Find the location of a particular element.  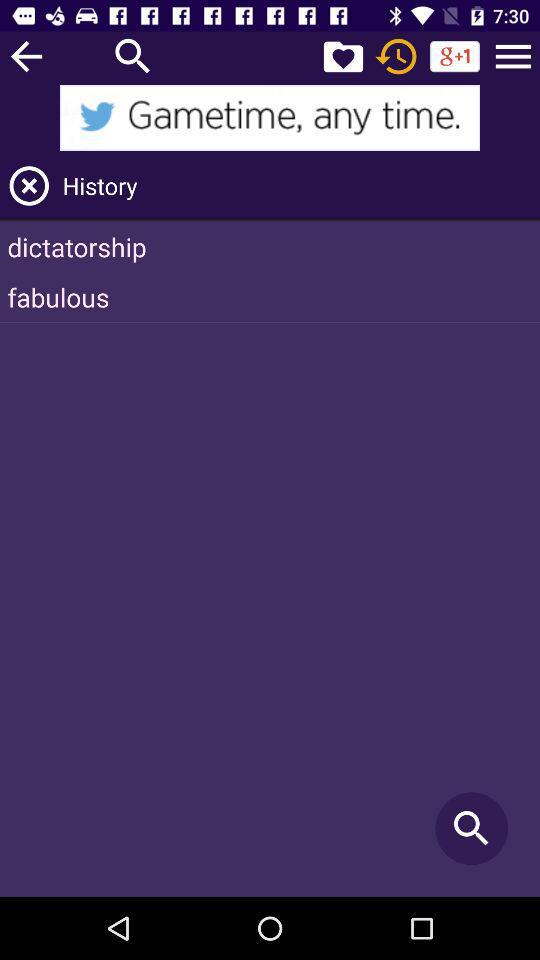

show more history is located at coordinates (513, 55).